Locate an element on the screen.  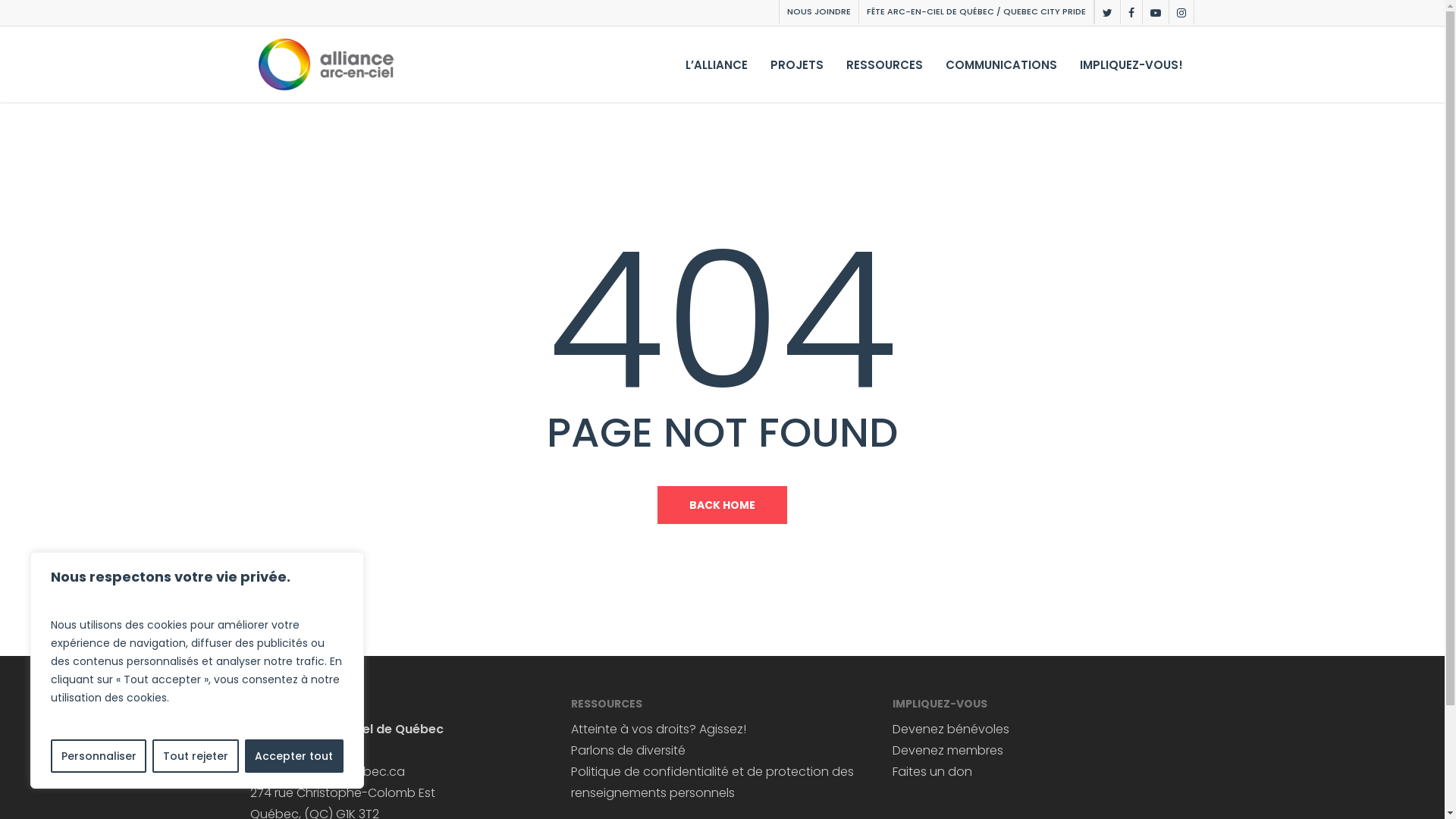
'TWITTER' is located at coordinates (1106, 11).